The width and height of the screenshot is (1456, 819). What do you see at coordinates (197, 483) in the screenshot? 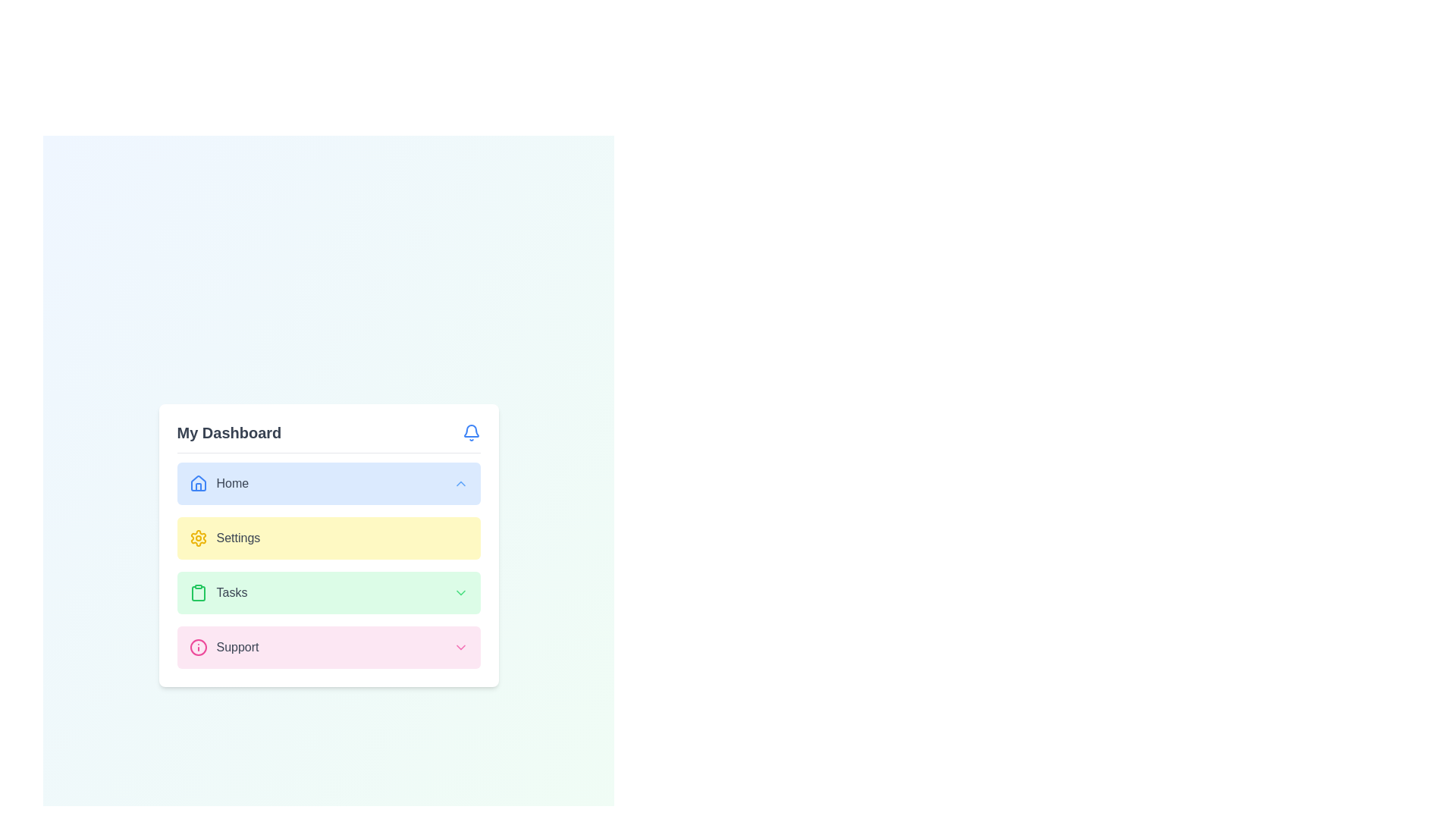
I see `the blue house icon located to the left of the 'Home' text in the first row of the 'My Dashboard' menu` at bounding box center [197, 483].